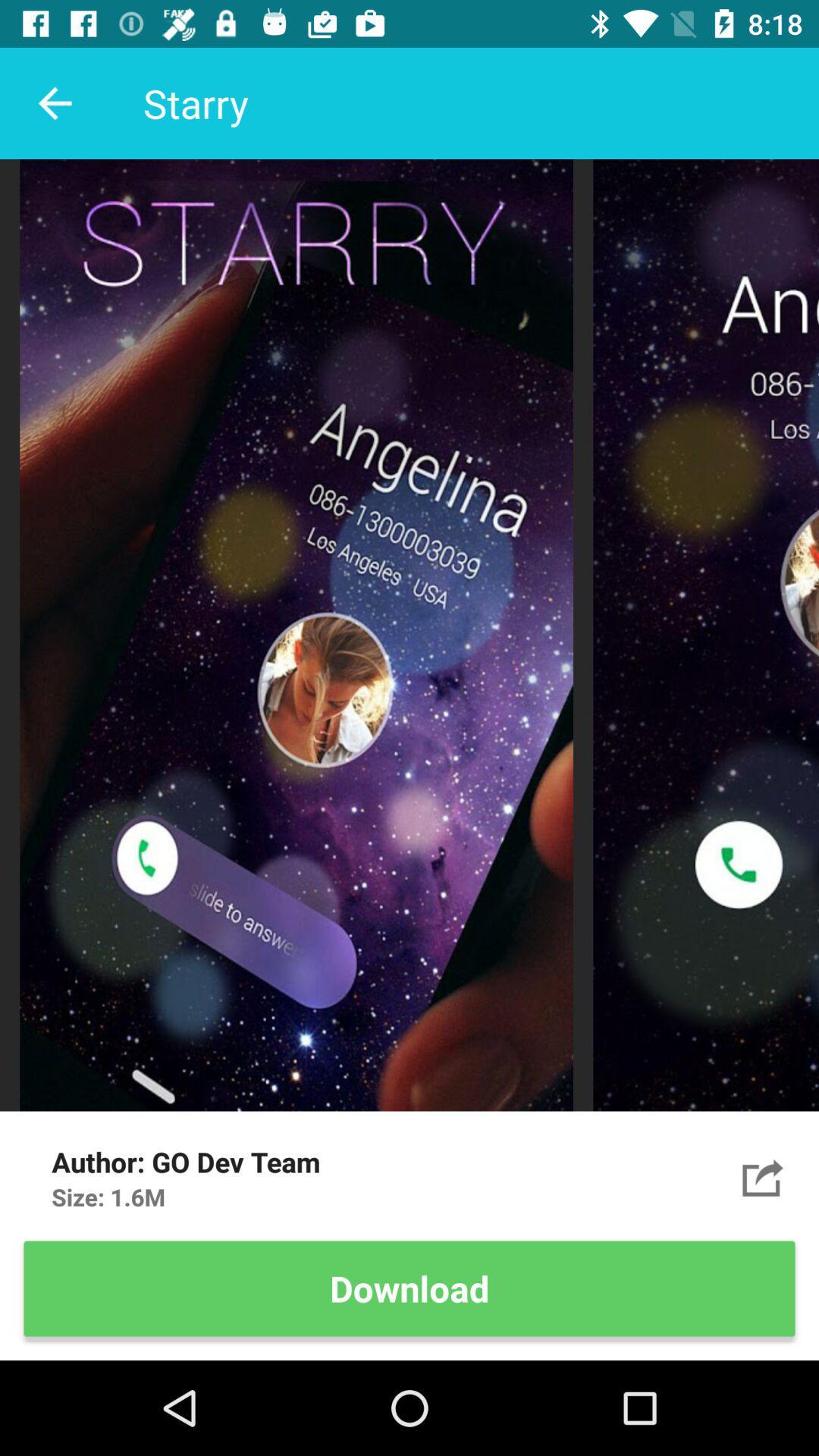 This screenshot has width=819, height=1456. Describe the element at coordinates (763, 1177) in the screenshot. I see `forward` at that location.